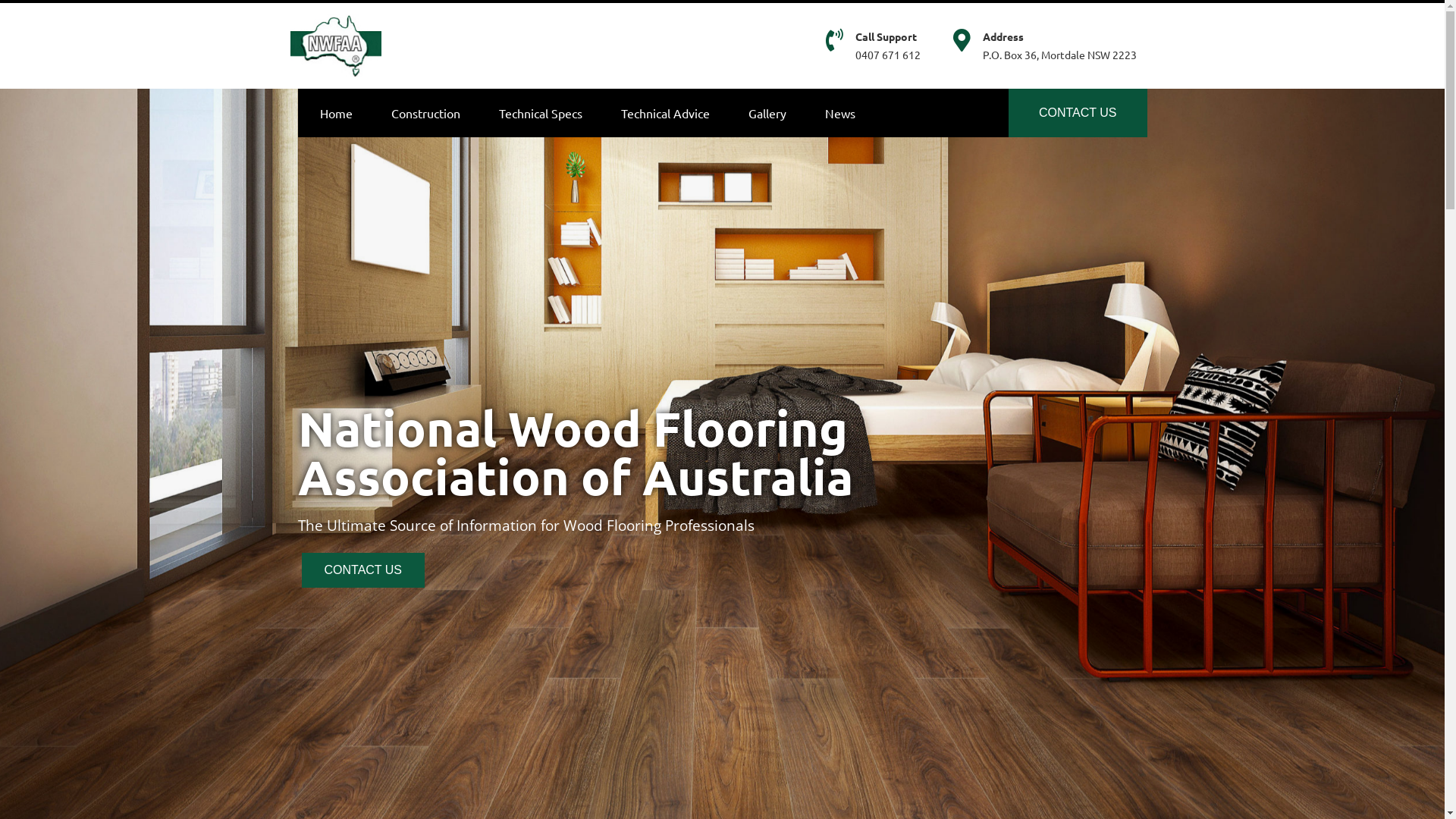 This screenshot has width=1456, height=819. Describe the element at coordinates (665, 111) in the screenshot. I see `'Technical Advice'` at that location.